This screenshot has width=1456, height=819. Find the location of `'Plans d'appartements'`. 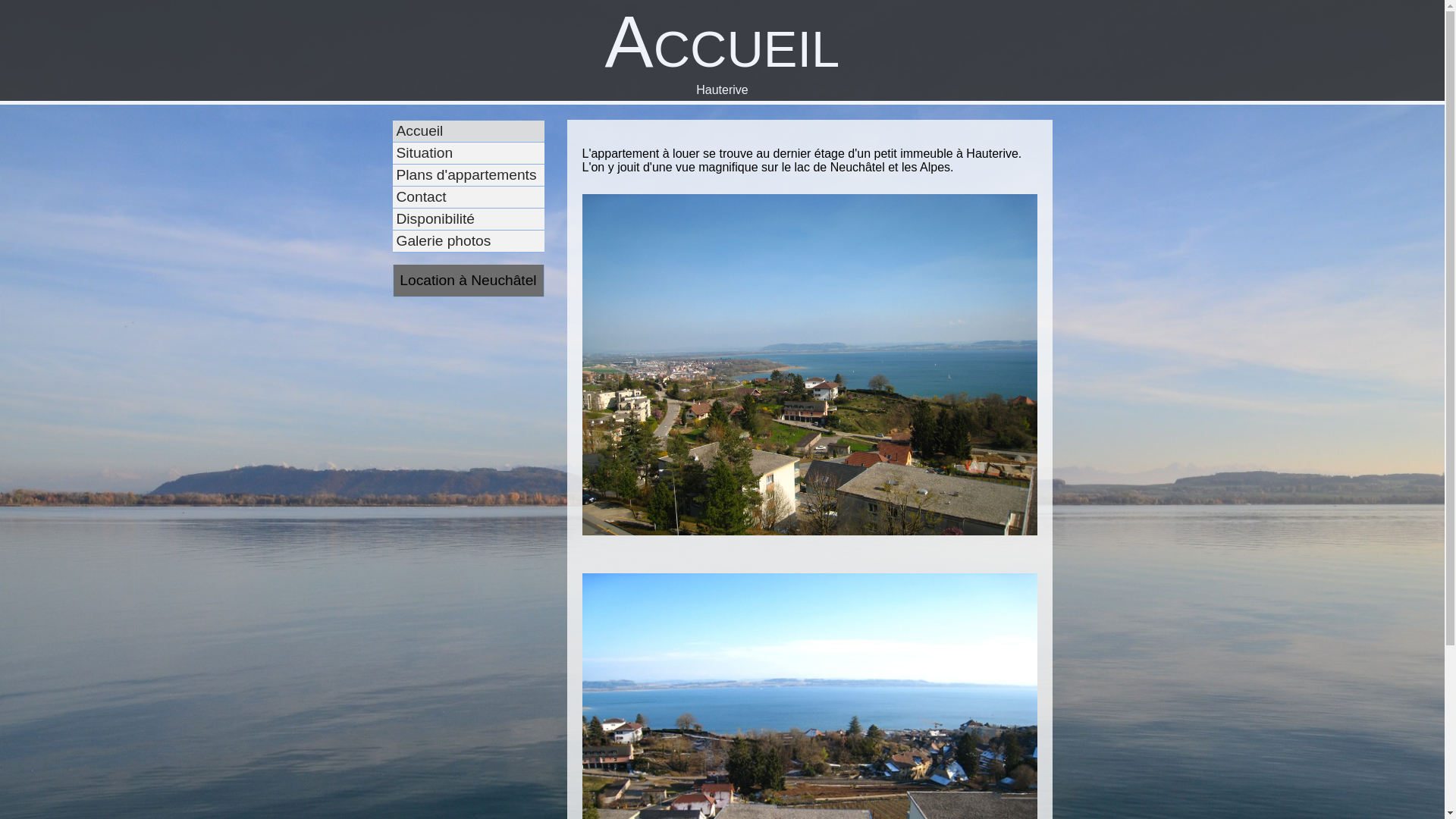

'Plans d'appartements' is located at coordinates (483, 174).